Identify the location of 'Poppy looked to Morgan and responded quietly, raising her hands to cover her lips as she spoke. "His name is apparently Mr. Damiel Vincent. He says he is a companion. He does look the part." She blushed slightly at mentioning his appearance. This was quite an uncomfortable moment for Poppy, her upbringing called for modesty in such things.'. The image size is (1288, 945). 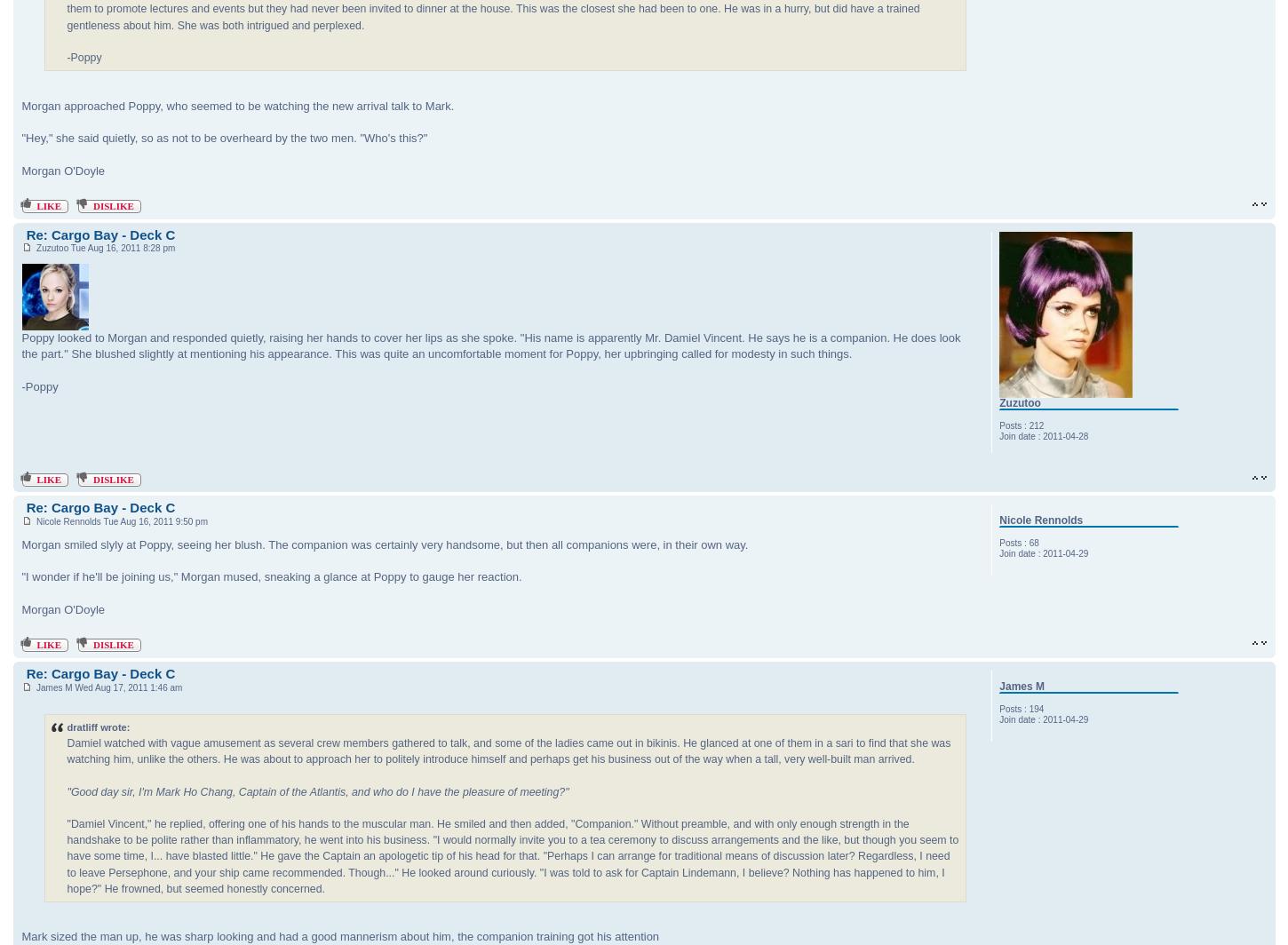
(490, 345).